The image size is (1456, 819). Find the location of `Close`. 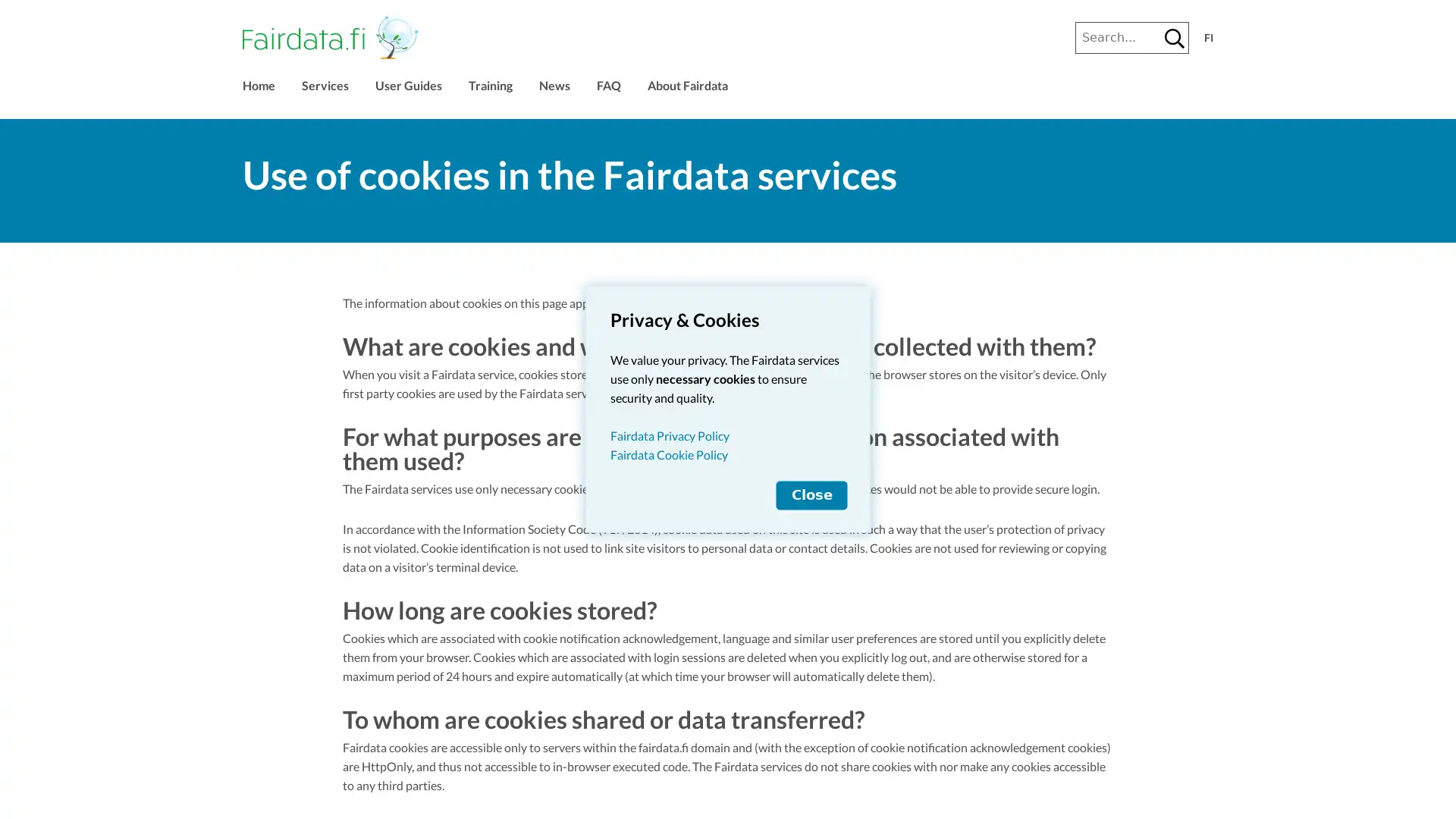

Close is located at coordinates (811, 494).